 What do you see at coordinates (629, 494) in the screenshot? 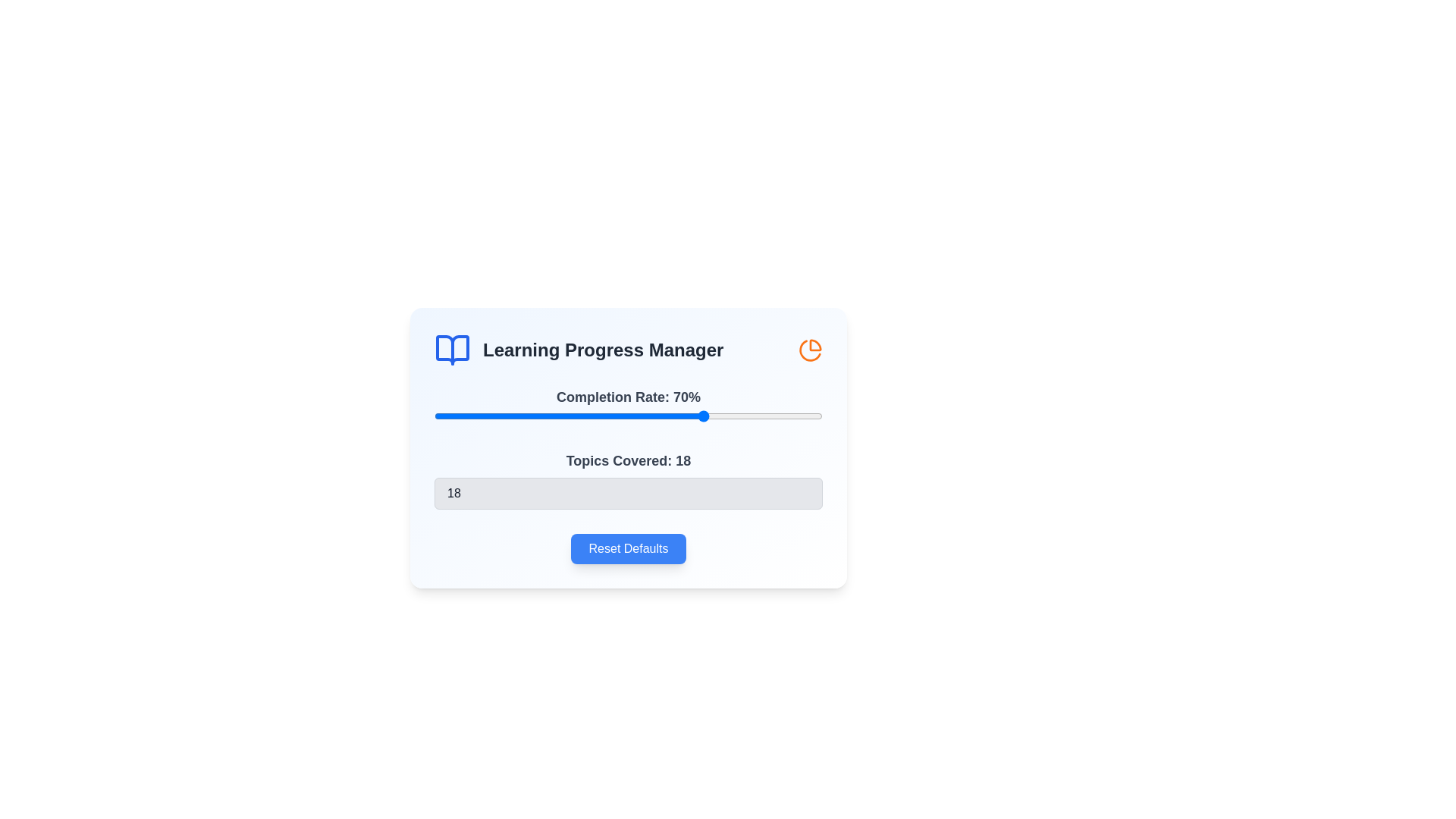
I see `the number of topics covered to 45 by entering the value in the input box` at bounding box center [629, 494].